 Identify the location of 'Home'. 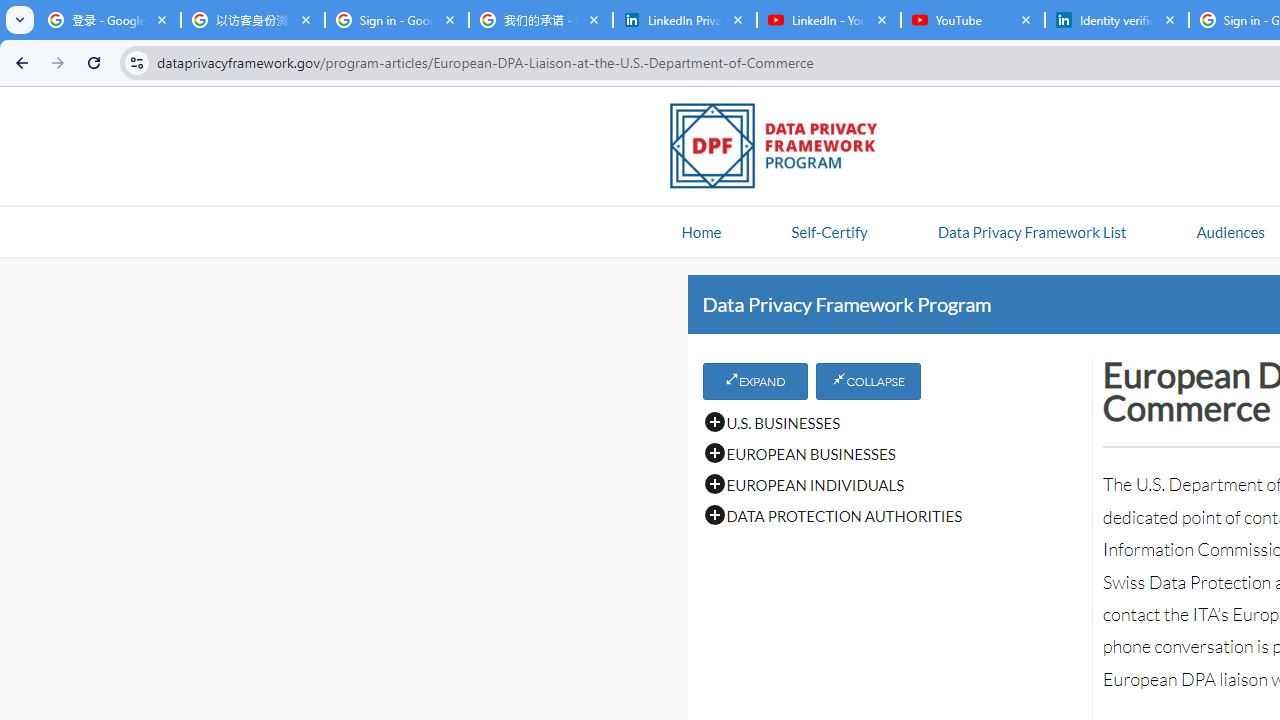
(701, 230).